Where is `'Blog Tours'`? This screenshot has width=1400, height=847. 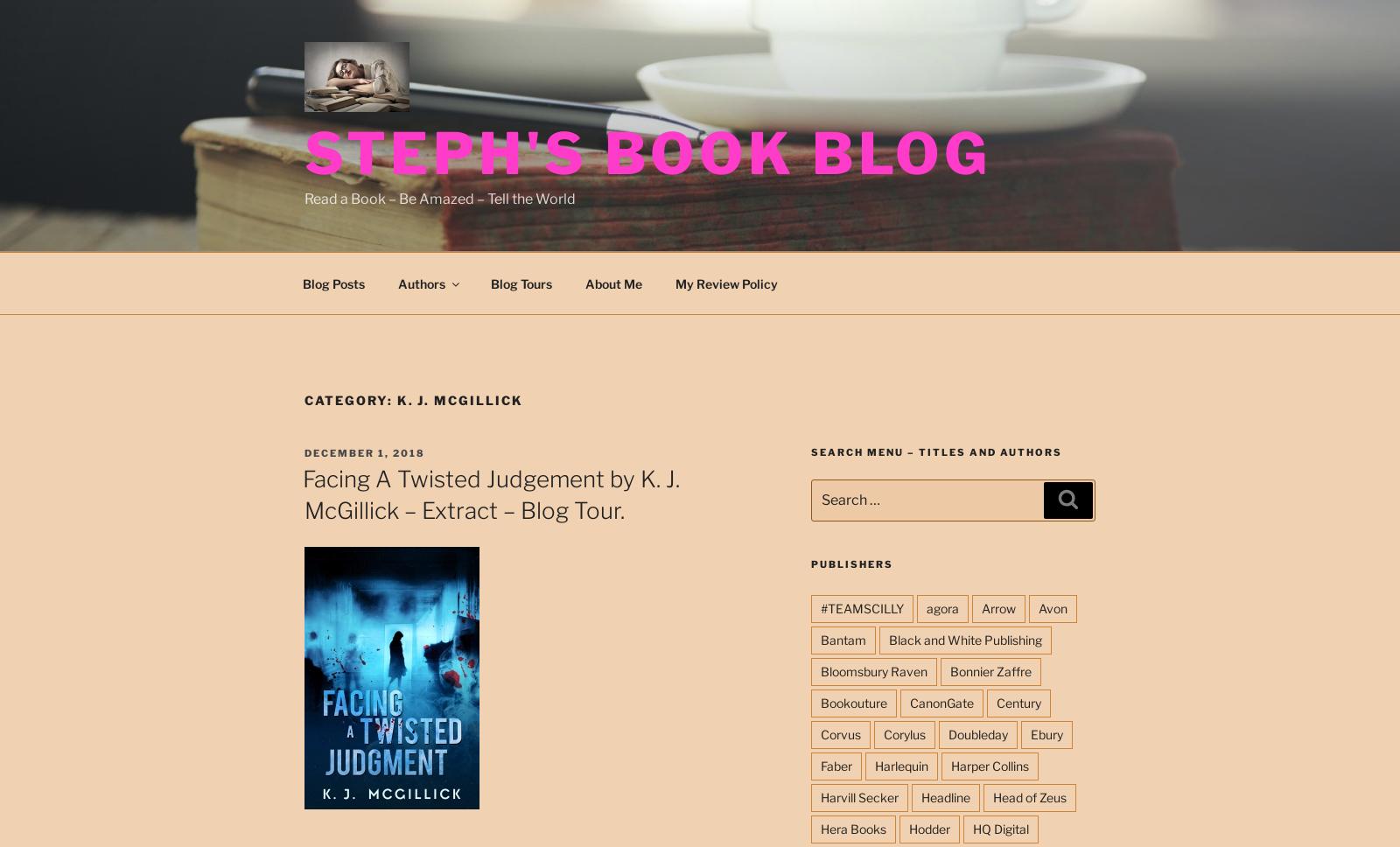
'Blog Tours' is located at coordinates (520, 283).